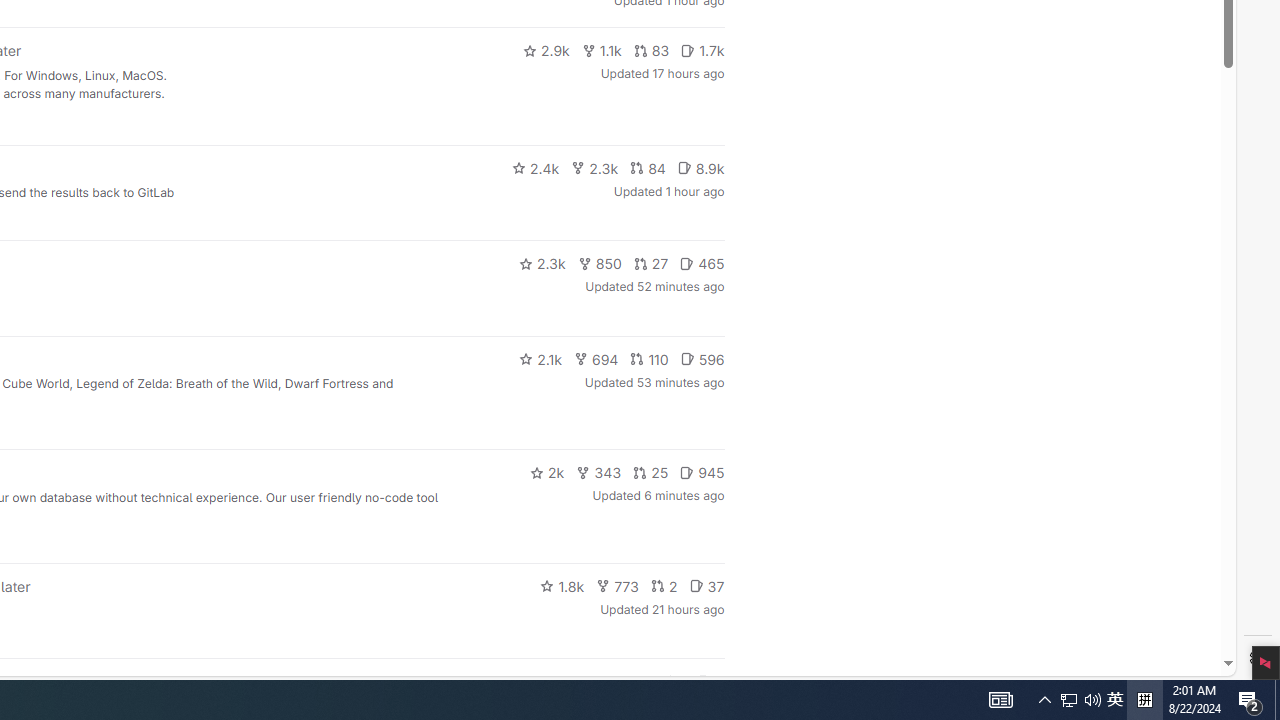 Image resolution: width=1280 pixels, height=720 pixels. Describe the element at coordinates (702, 473) in the screenshot. I see `'945'` at that location.